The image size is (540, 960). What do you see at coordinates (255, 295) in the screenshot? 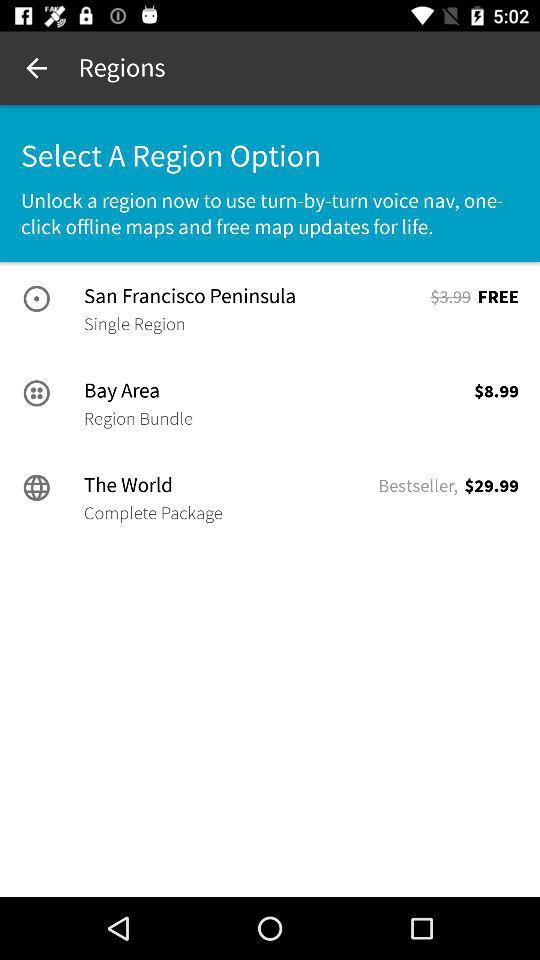
I see `san francisco peninsula icon` at bounding box center [255, 295].